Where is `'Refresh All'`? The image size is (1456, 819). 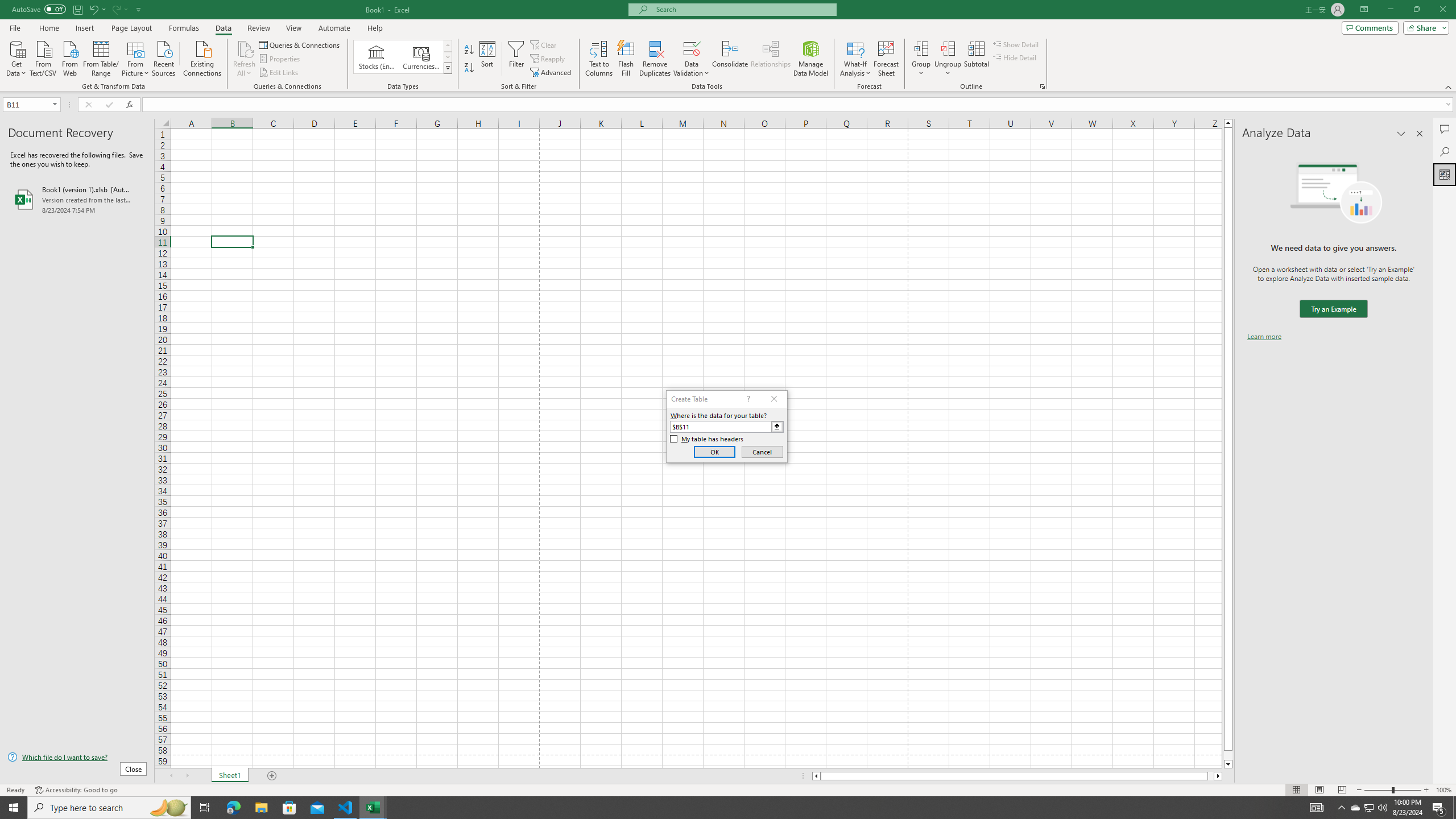 'Refresh All' is located at coordinates (244, 48).